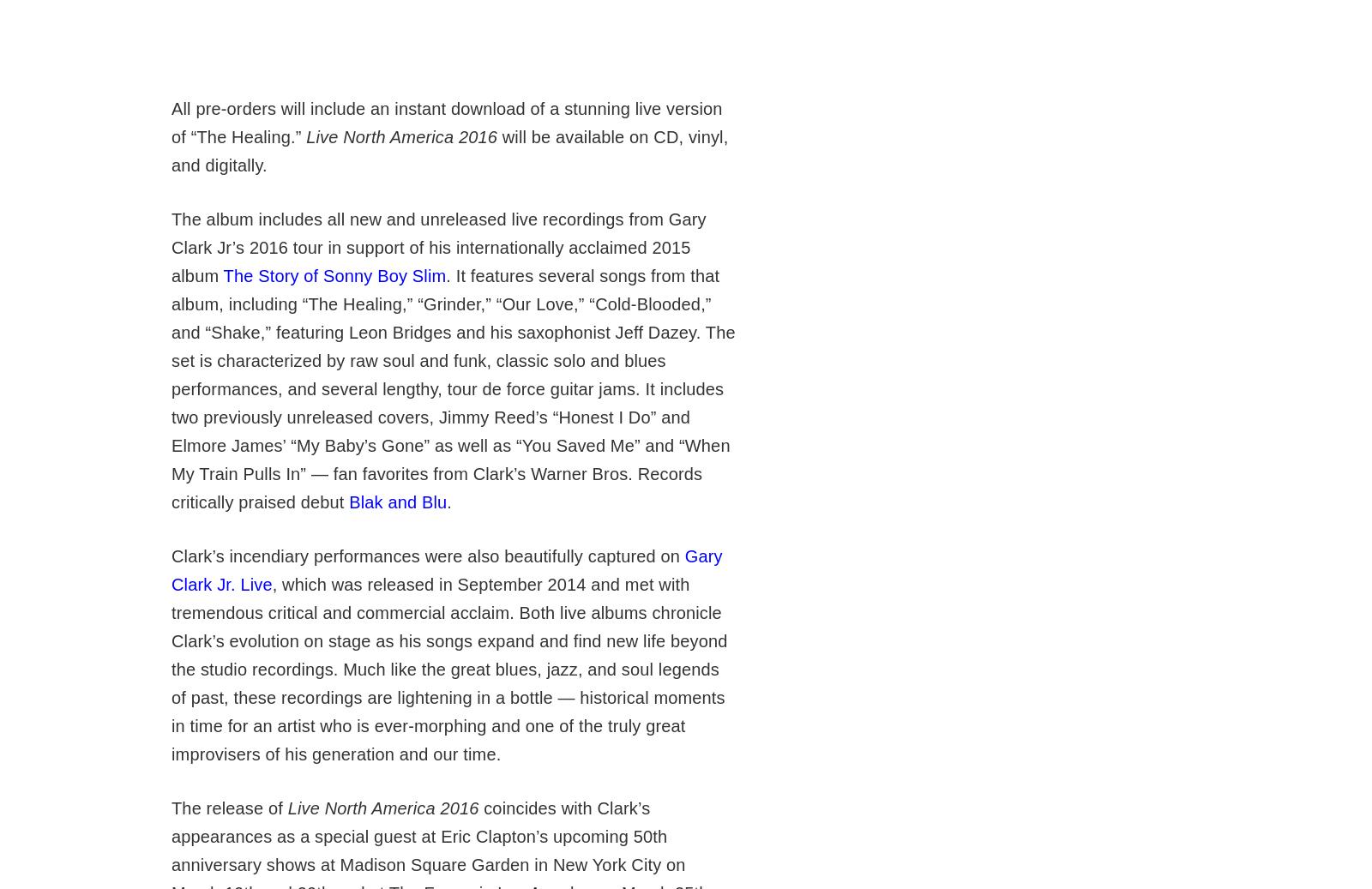  What do you see at coordinates (334, 274) in the screenshot?
I see `'The Story of Sonny Boy Slim'` at bounding box center [334, 274].